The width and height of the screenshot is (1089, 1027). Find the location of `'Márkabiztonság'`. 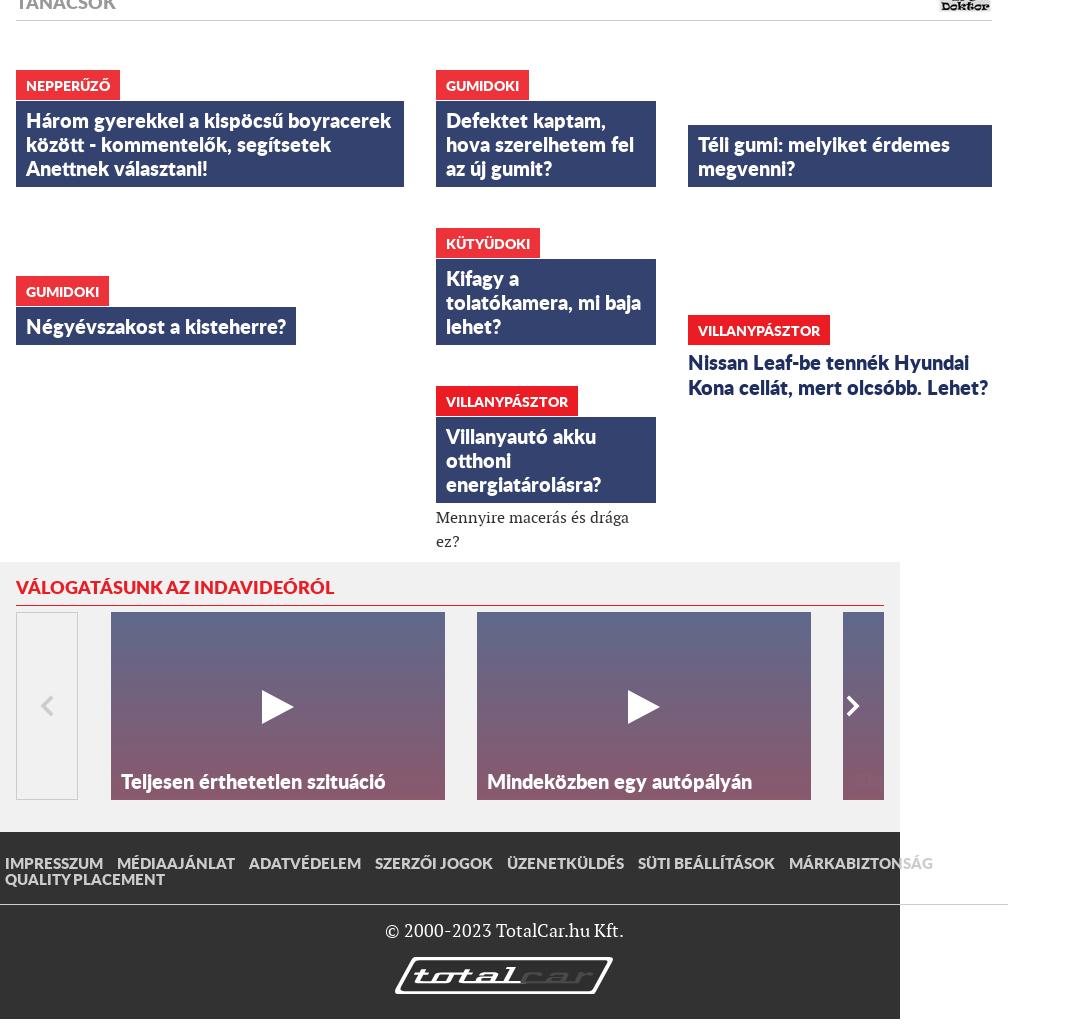

'Márkabiztonság' is located at coordinates (860, 860).